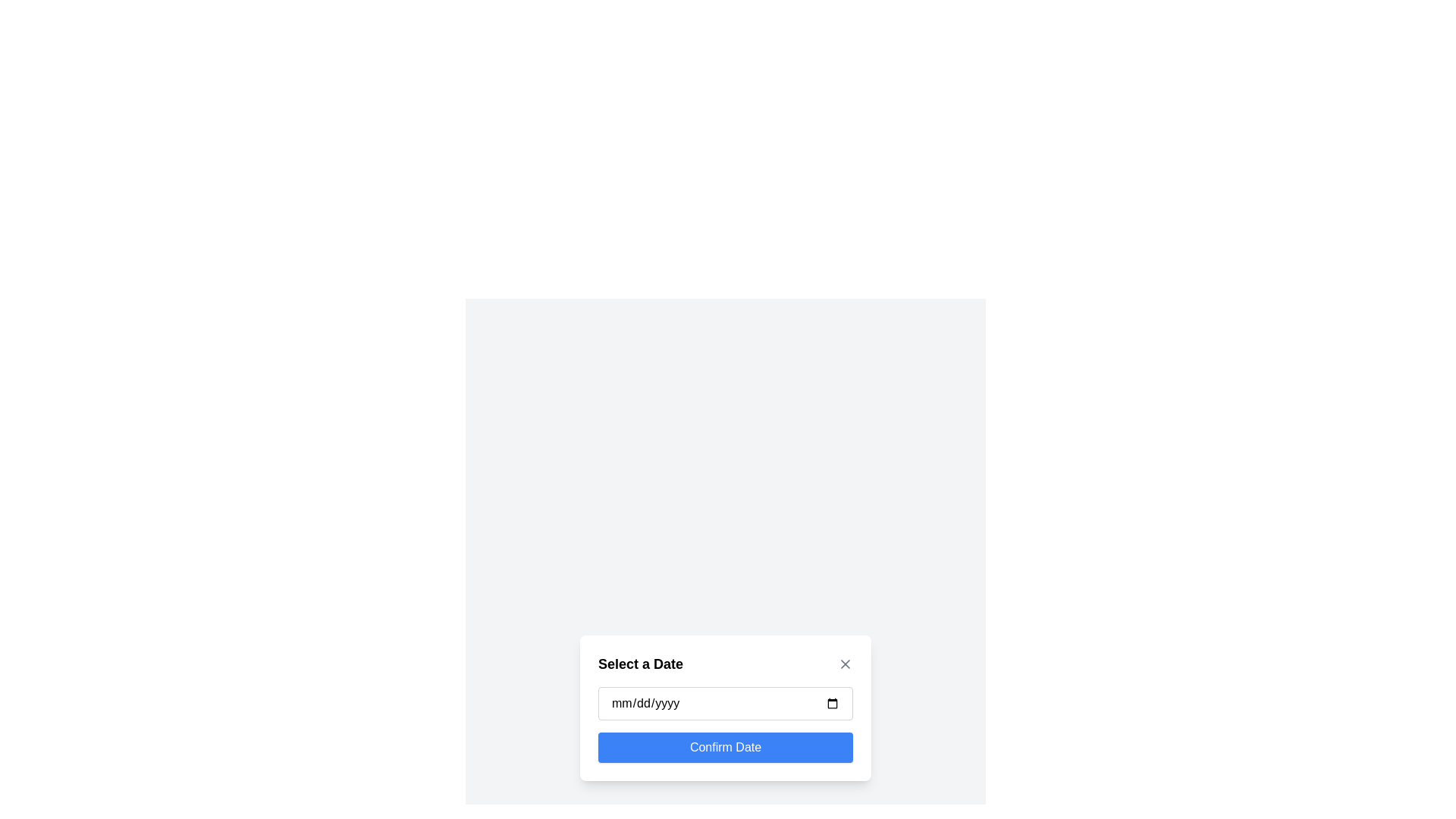 Image resolution: width=1456 pixels, height=819 pixels. I want to click on the header text label of the date selection modal, which is located at the top-left of the modal, above the date input field, so click(640, 663).